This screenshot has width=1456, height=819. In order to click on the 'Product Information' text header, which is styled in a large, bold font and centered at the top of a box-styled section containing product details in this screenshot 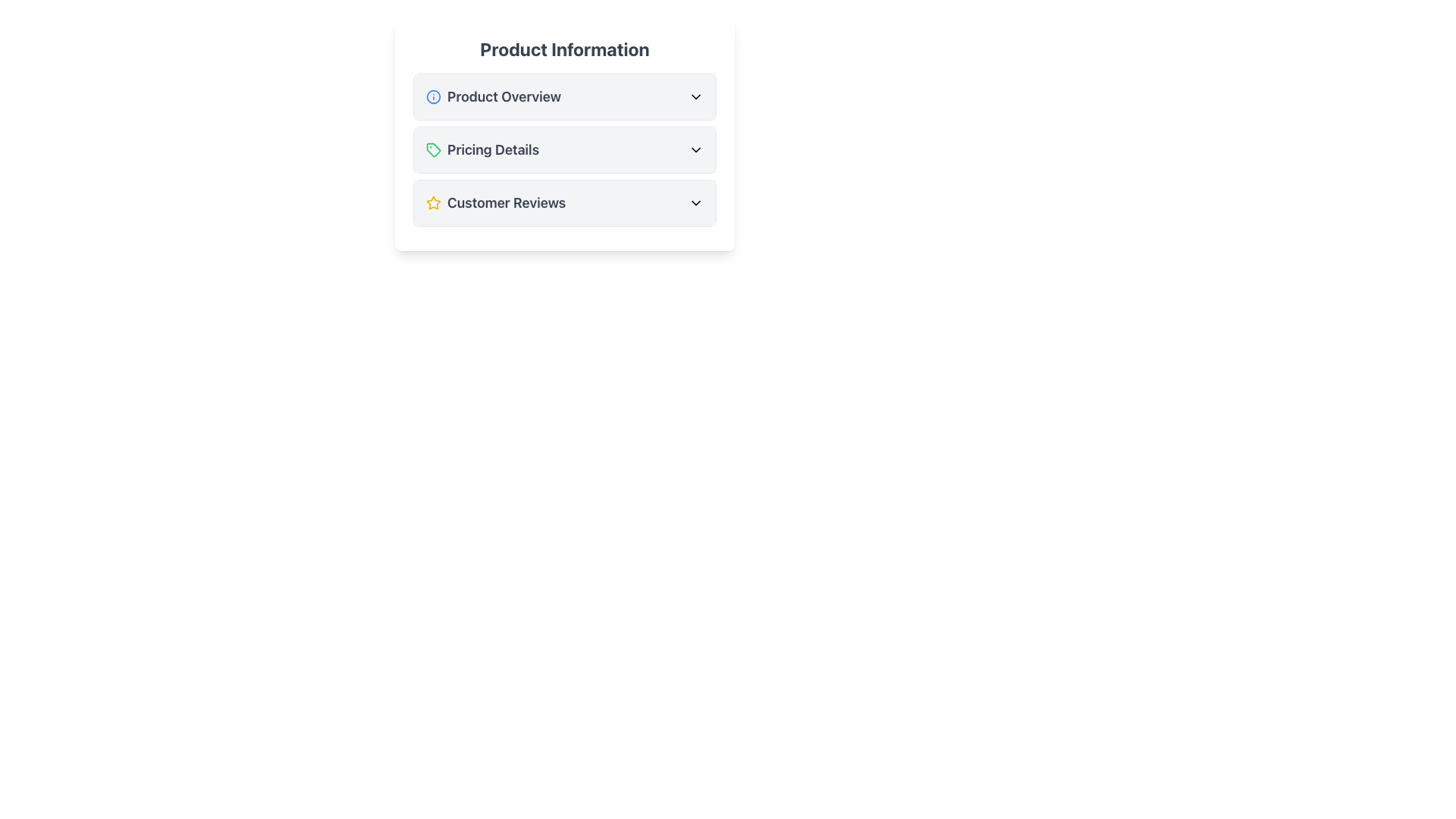, I will do `click(563, 49)`.